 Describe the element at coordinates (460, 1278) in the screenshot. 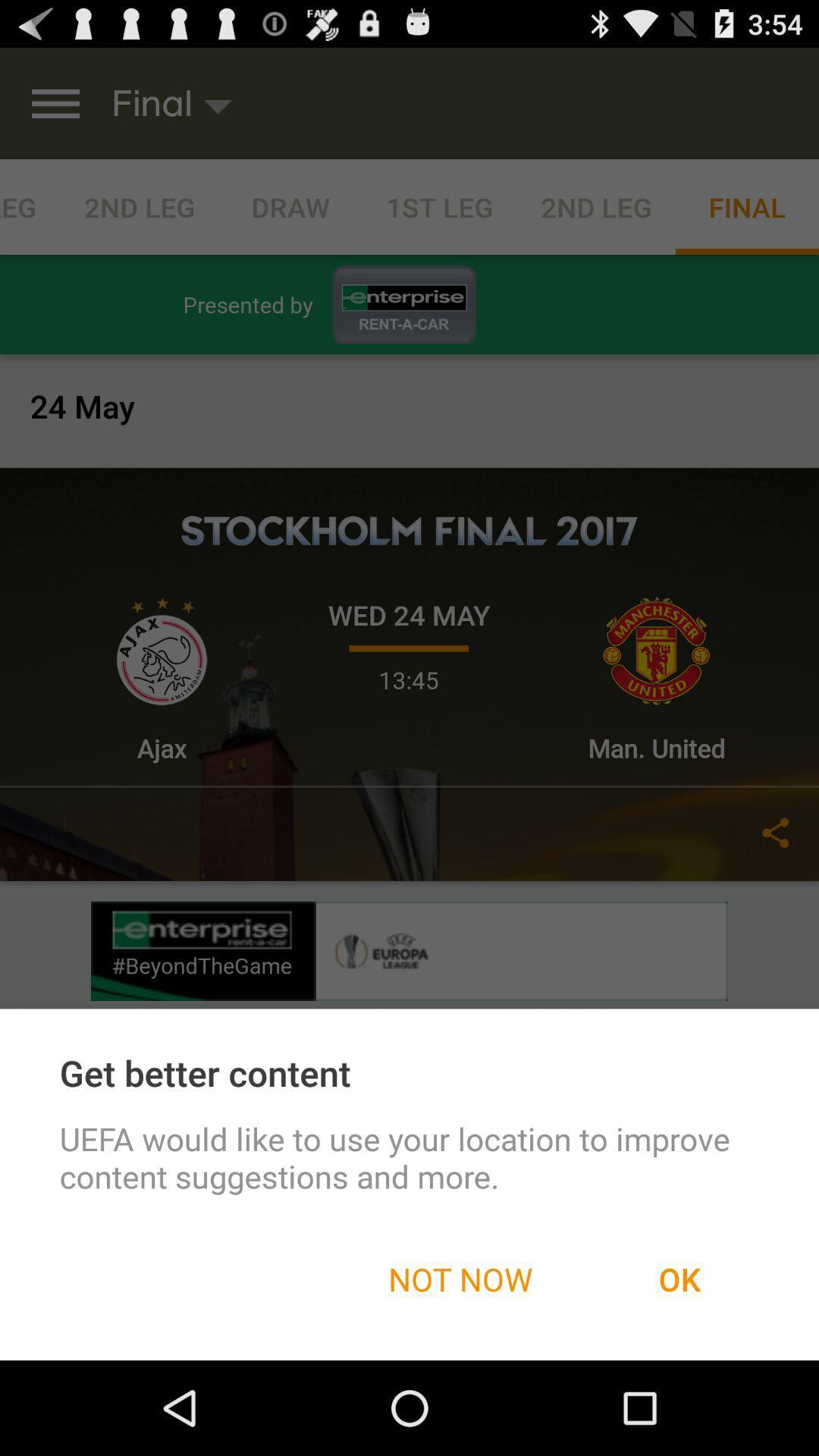

I see `item next to the ok icon` at that location.